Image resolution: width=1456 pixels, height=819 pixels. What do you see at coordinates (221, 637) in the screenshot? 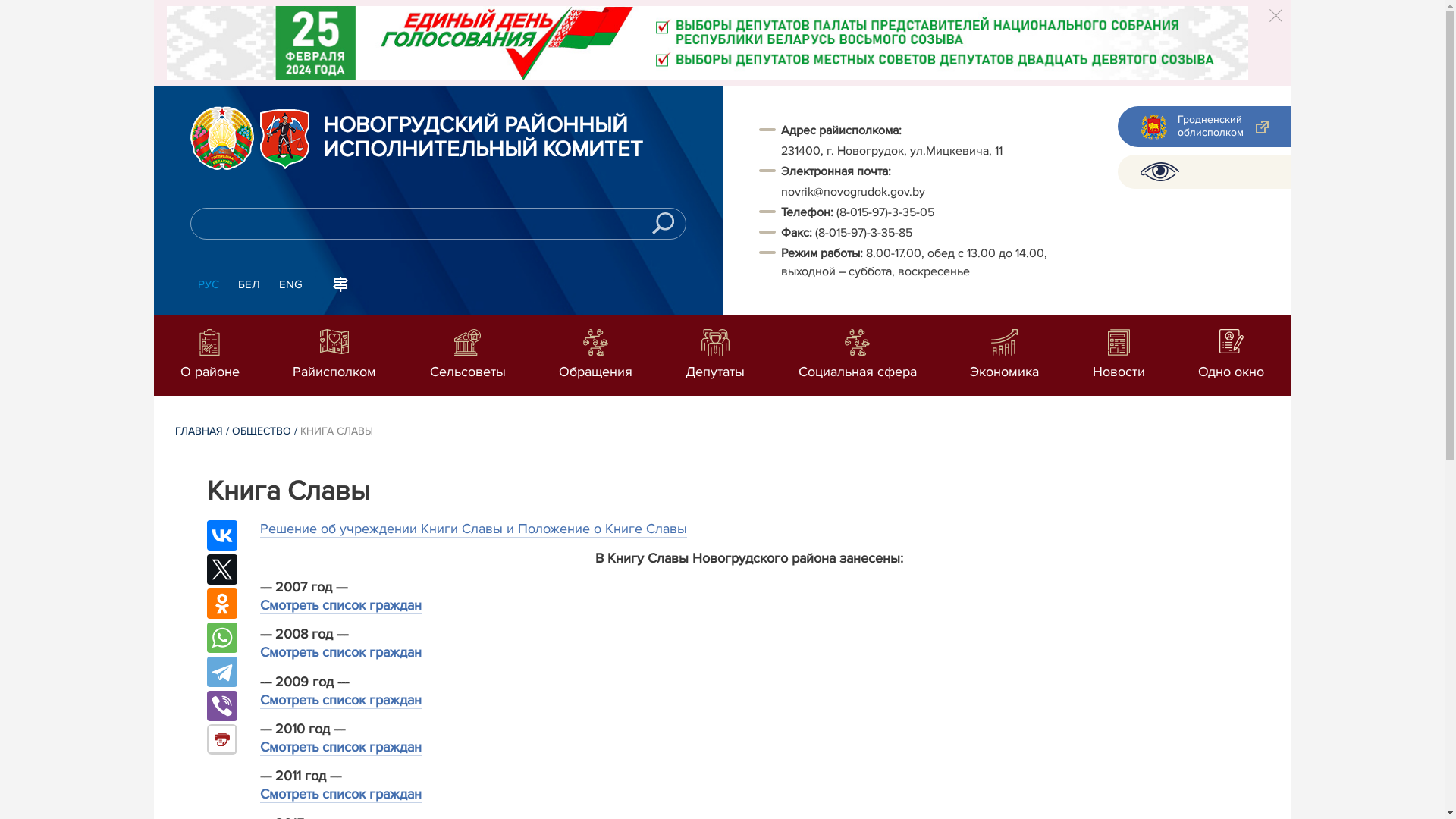
I see `'WhatsApp'` at bounding box center [221, 637].